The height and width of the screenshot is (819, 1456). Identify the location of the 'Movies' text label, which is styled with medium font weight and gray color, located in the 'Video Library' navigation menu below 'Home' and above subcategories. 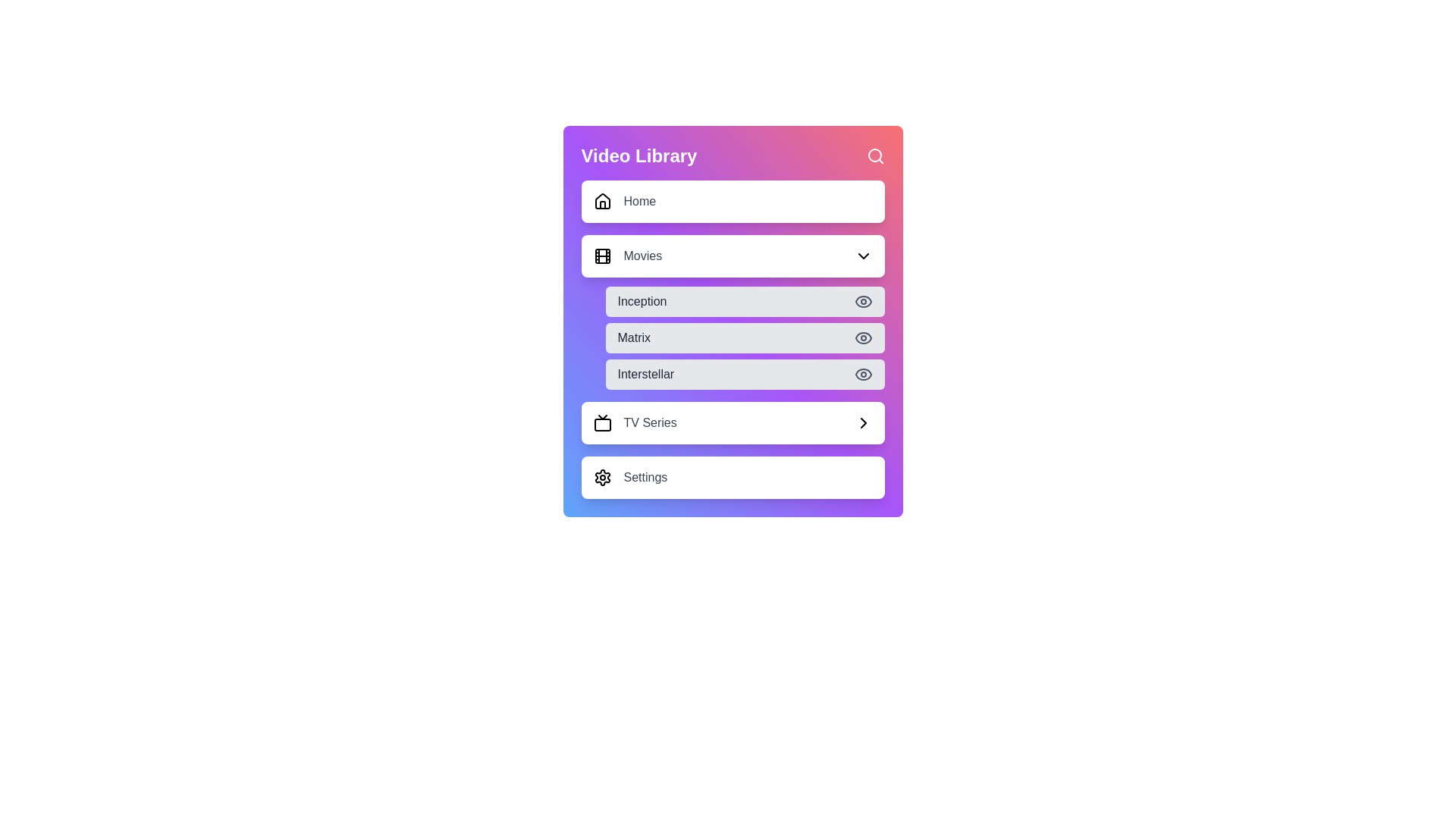
(642, 256).